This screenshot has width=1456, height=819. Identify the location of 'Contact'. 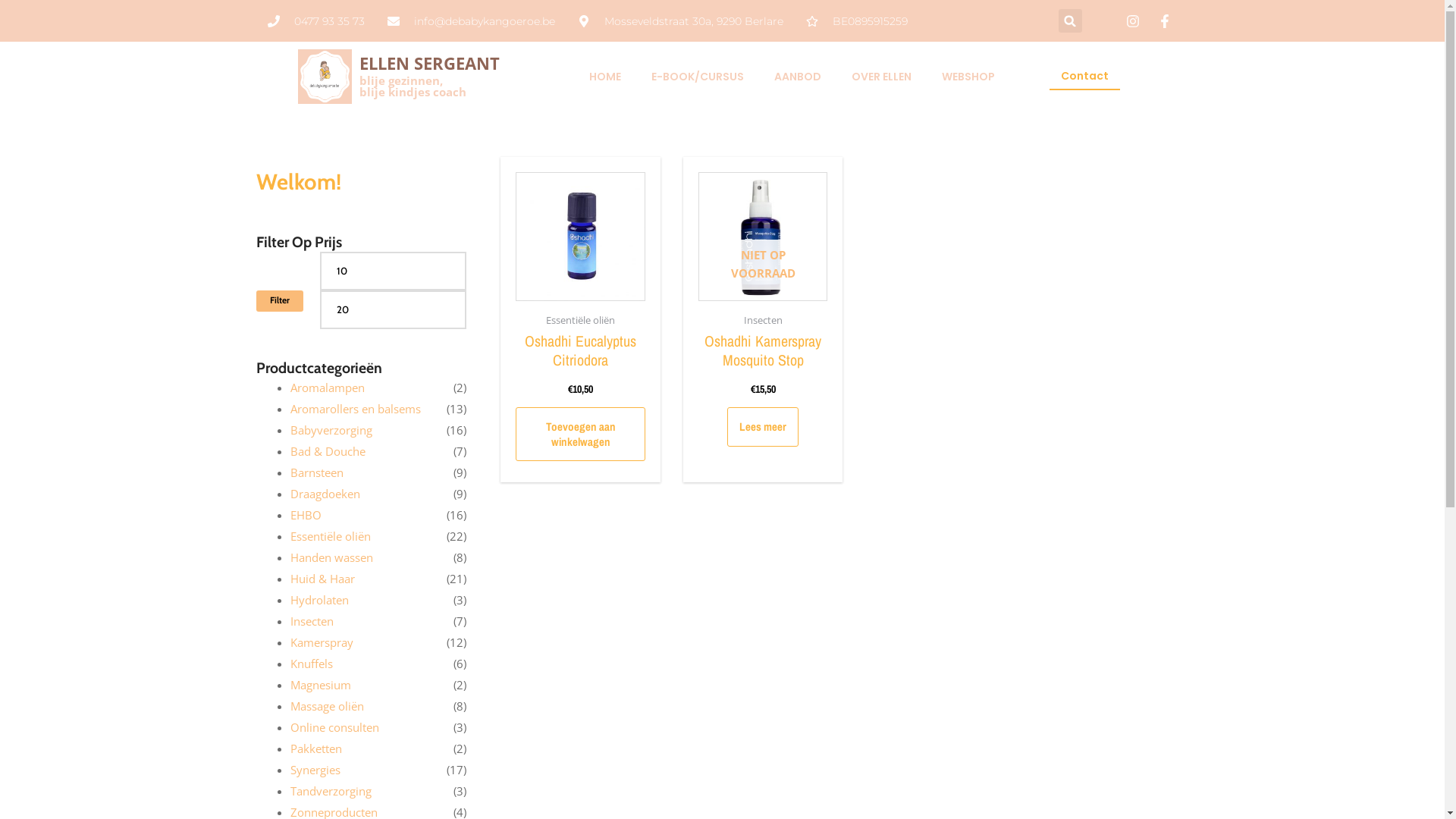
(1084, 76).